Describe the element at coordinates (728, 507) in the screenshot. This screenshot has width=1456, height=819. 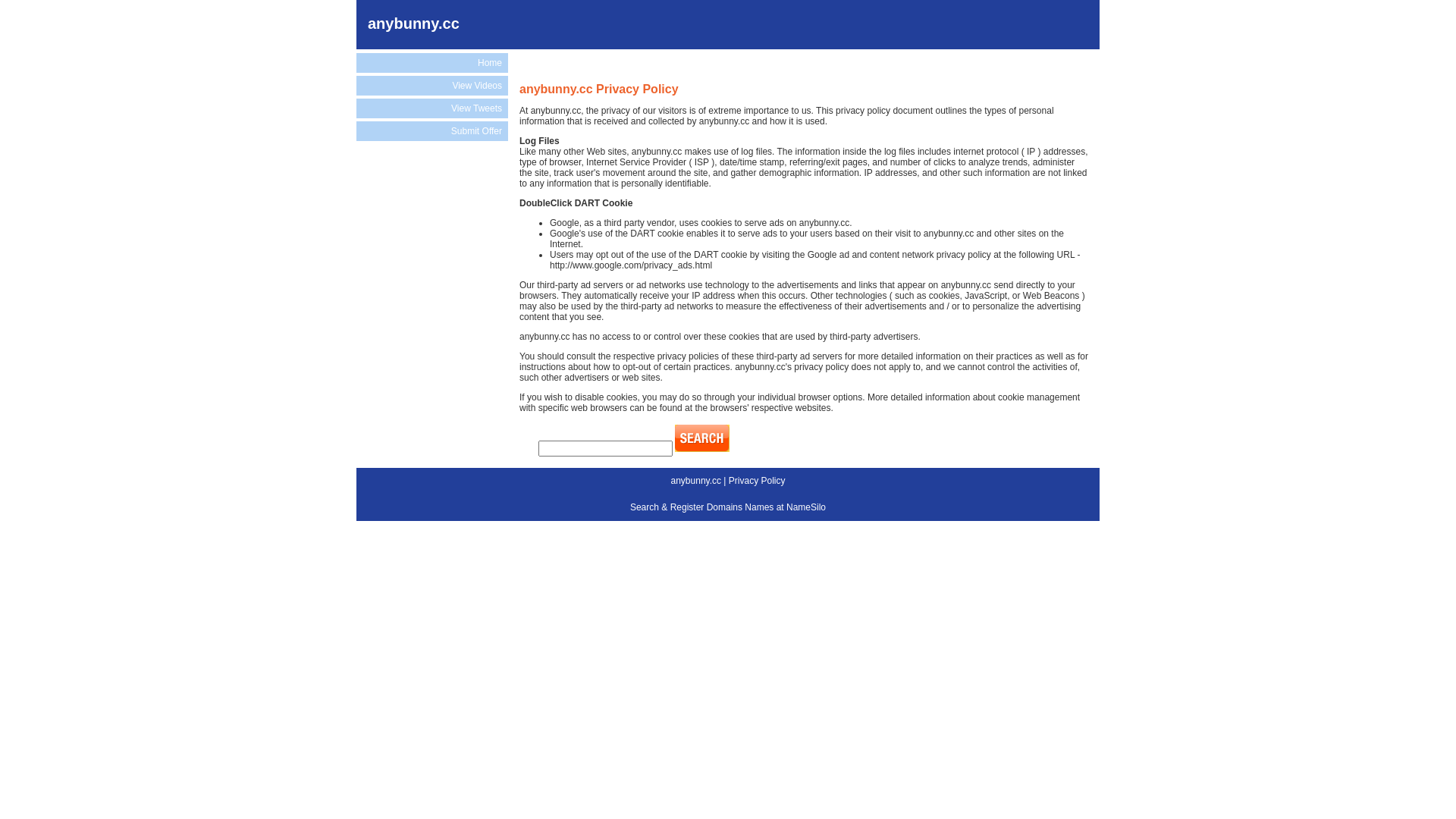
I see `'Search & Register Domains Names at NameSilo'` at that location.